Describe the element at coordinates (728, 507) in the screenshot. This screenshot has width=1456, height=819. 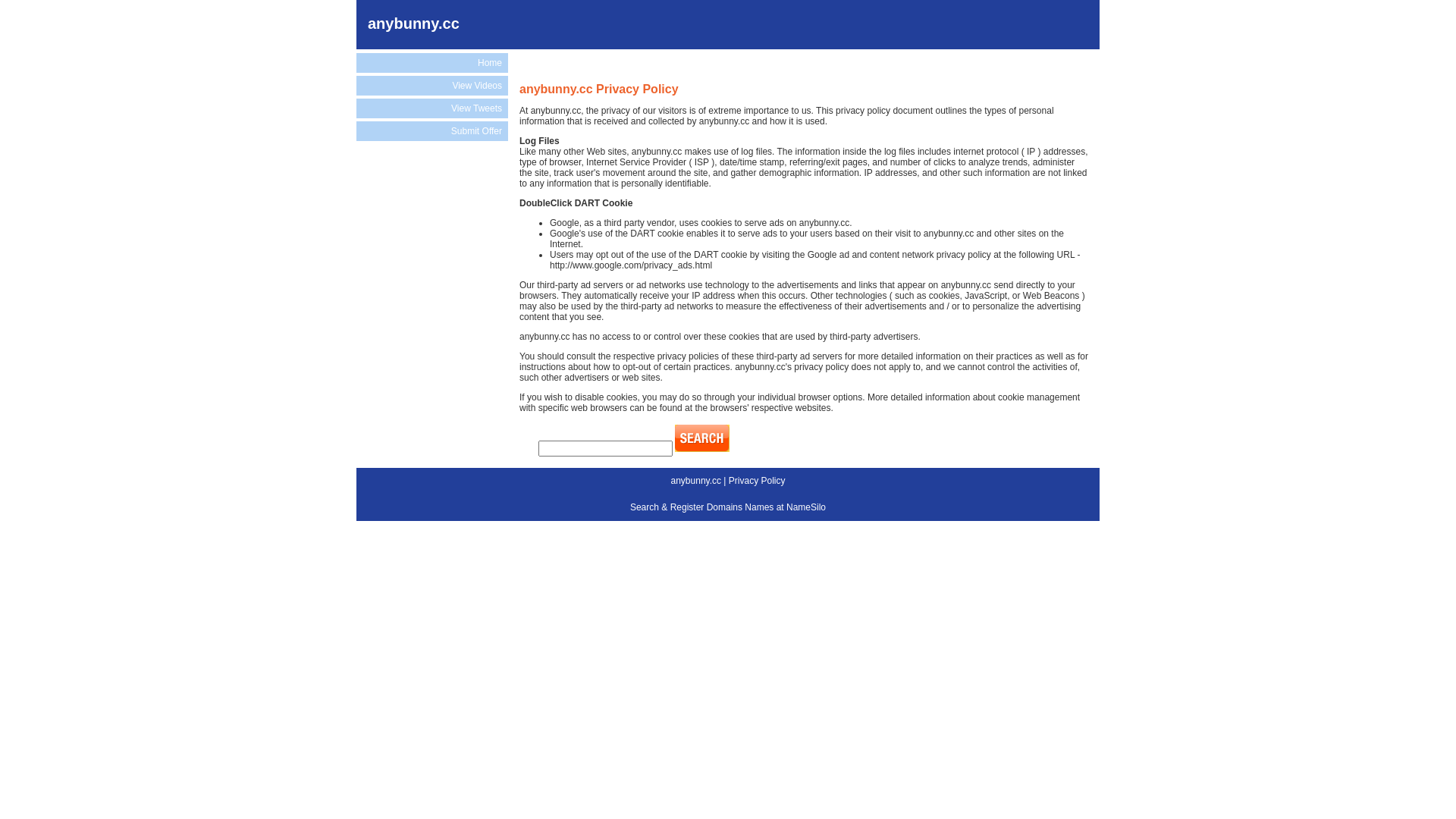
I see `'Search & Register Domains Names at NameSilo'` at that location.